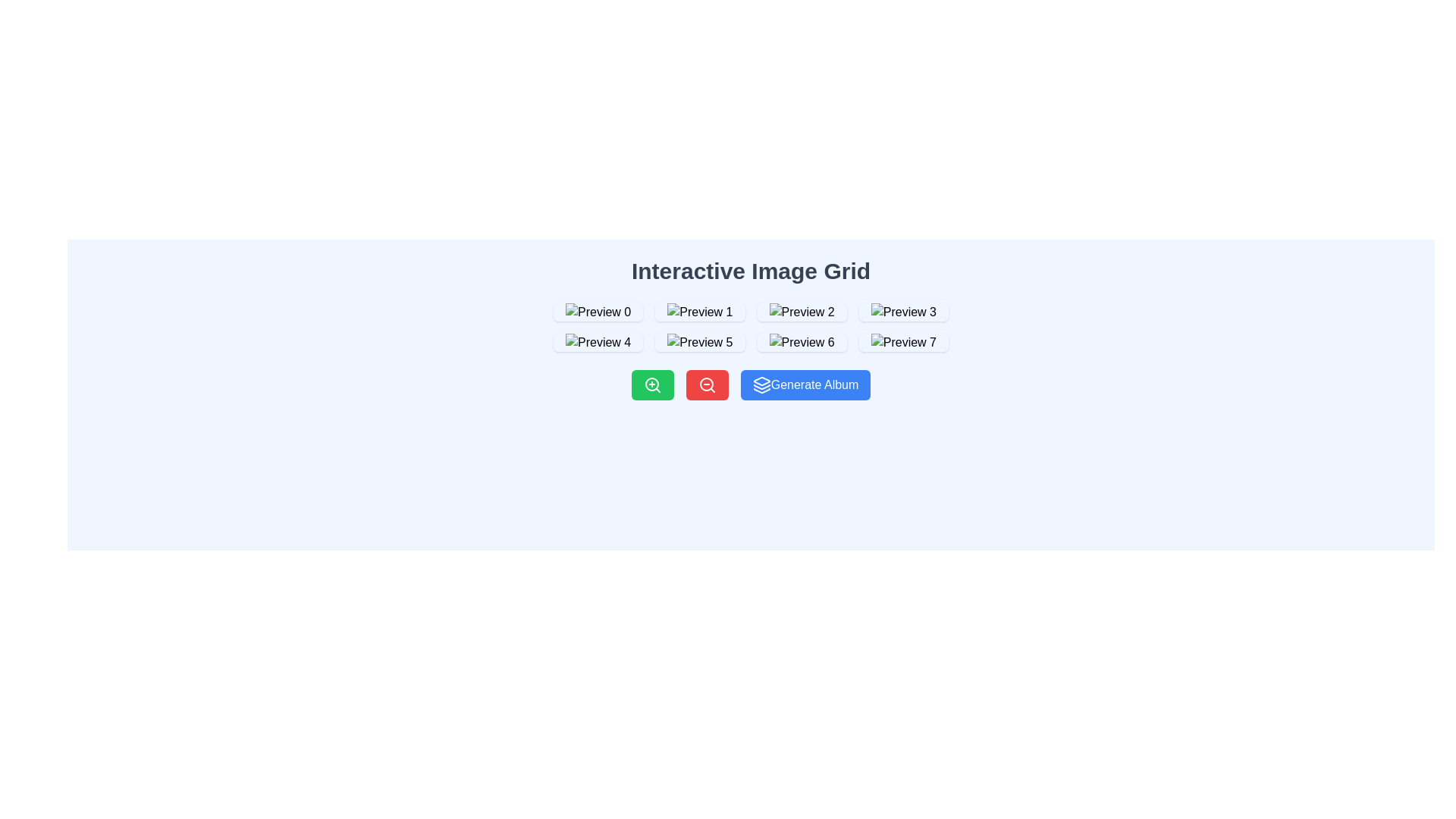 This screenshot has width=1456, height=819. Describe the element at coordinates (751, 384) in the screenshot. I see `the blue rectangular button labeled 'Generate Album' with a white icon resembling stacked sheets` at that location.